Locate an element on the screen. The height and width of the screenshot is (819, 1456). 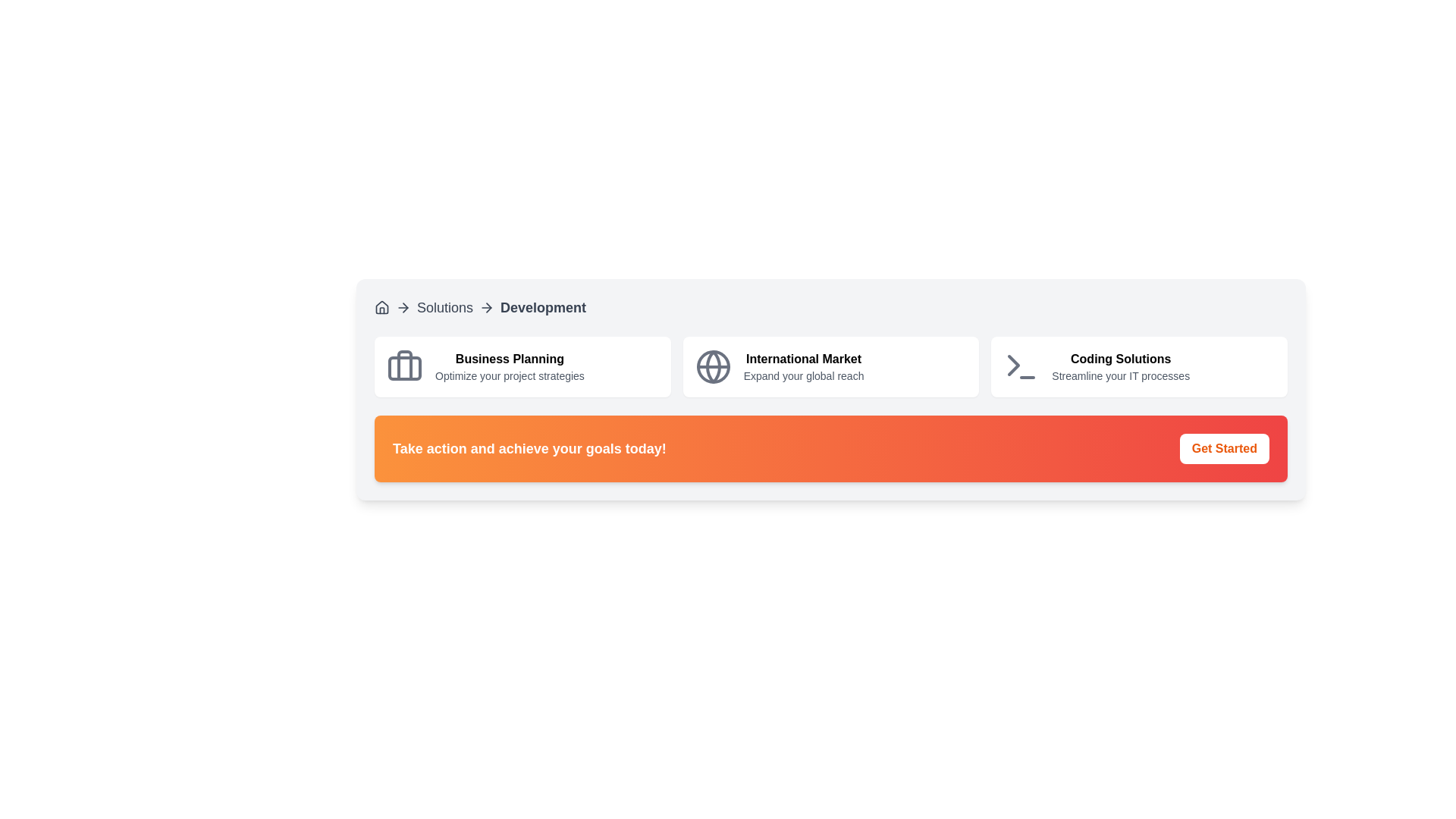
the vertical rectangular outline representing the handle of the briefcase icon located in the Business Planning tile is located at coordinates (404, 366).